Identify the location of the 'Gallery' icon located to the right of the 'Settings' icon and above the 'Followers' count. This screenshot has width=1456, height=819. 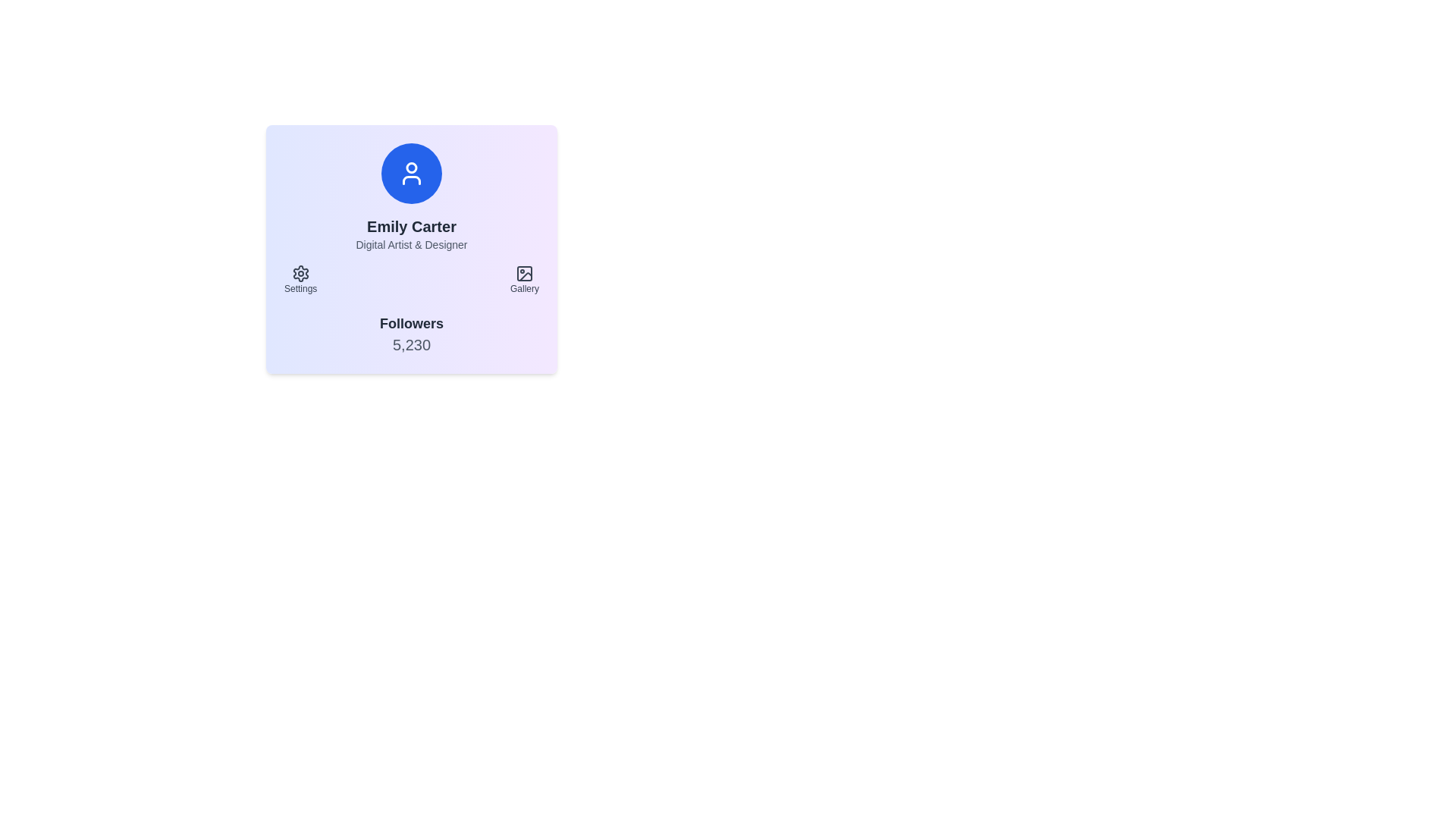
(524, 274).